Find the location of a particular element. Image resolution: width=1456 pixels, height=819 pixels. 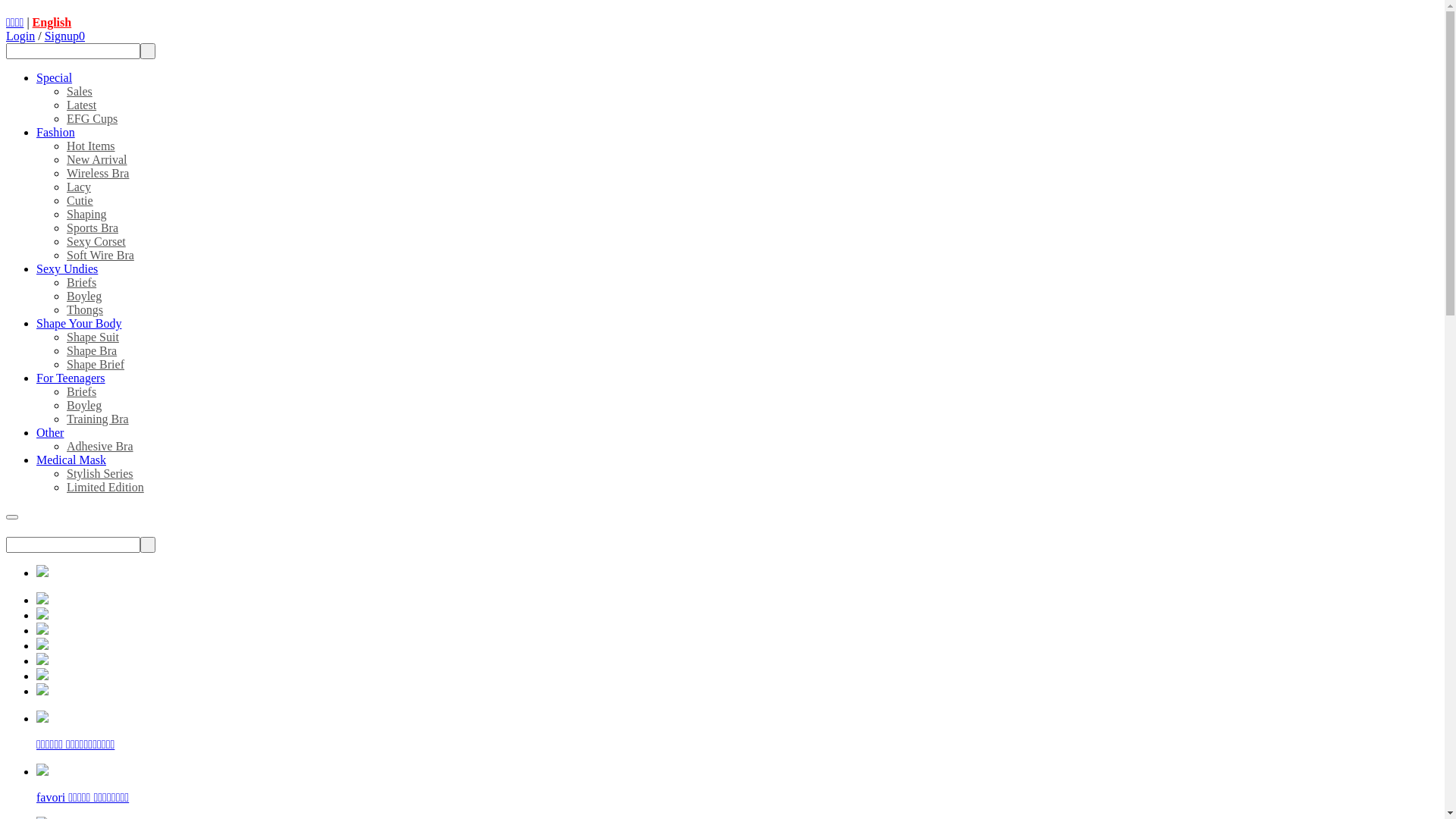

'Stylish Series' is located at coordinates (65, 472).